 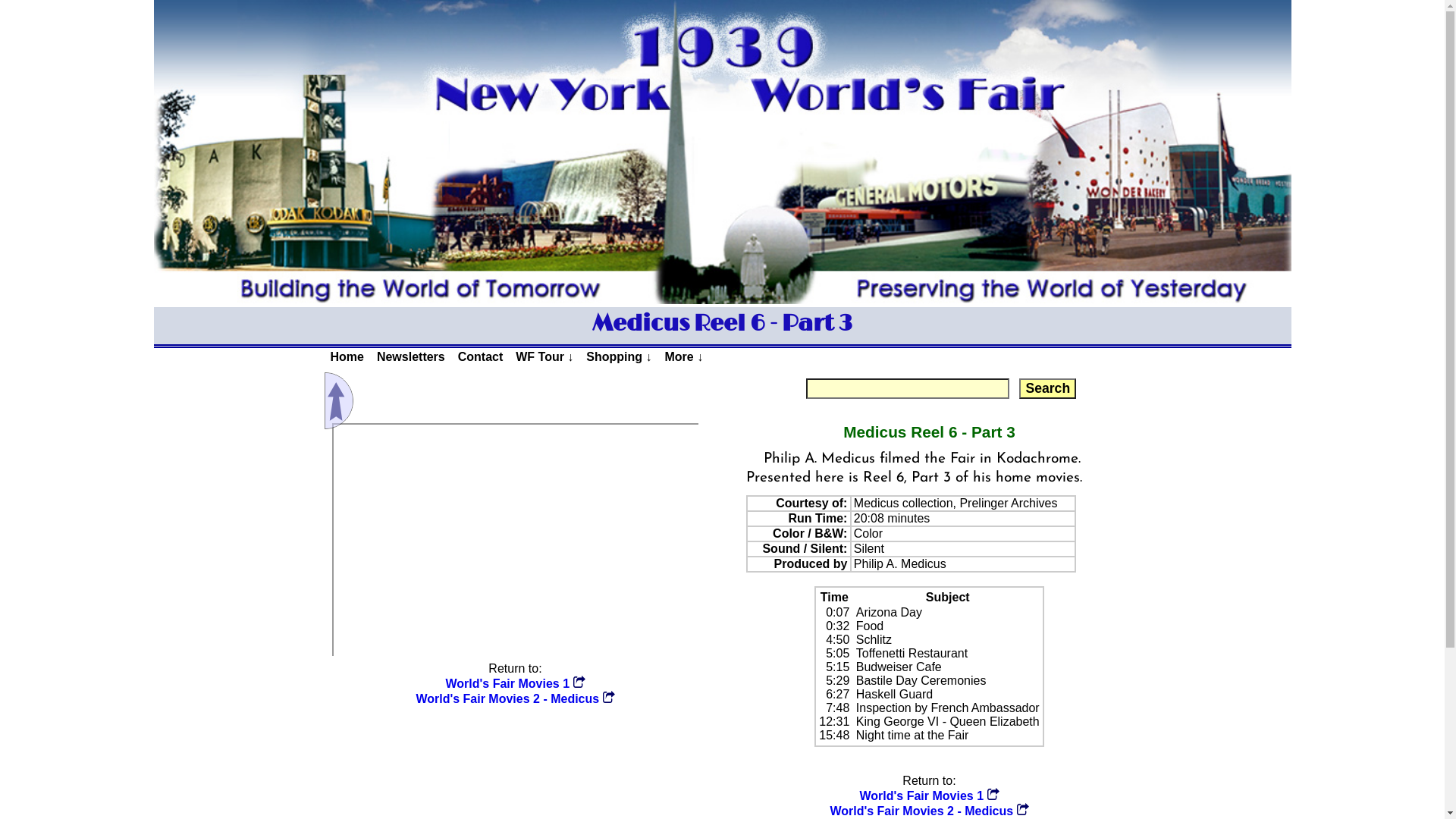 I want to click on 'Search', so click(x=1019, y=388).